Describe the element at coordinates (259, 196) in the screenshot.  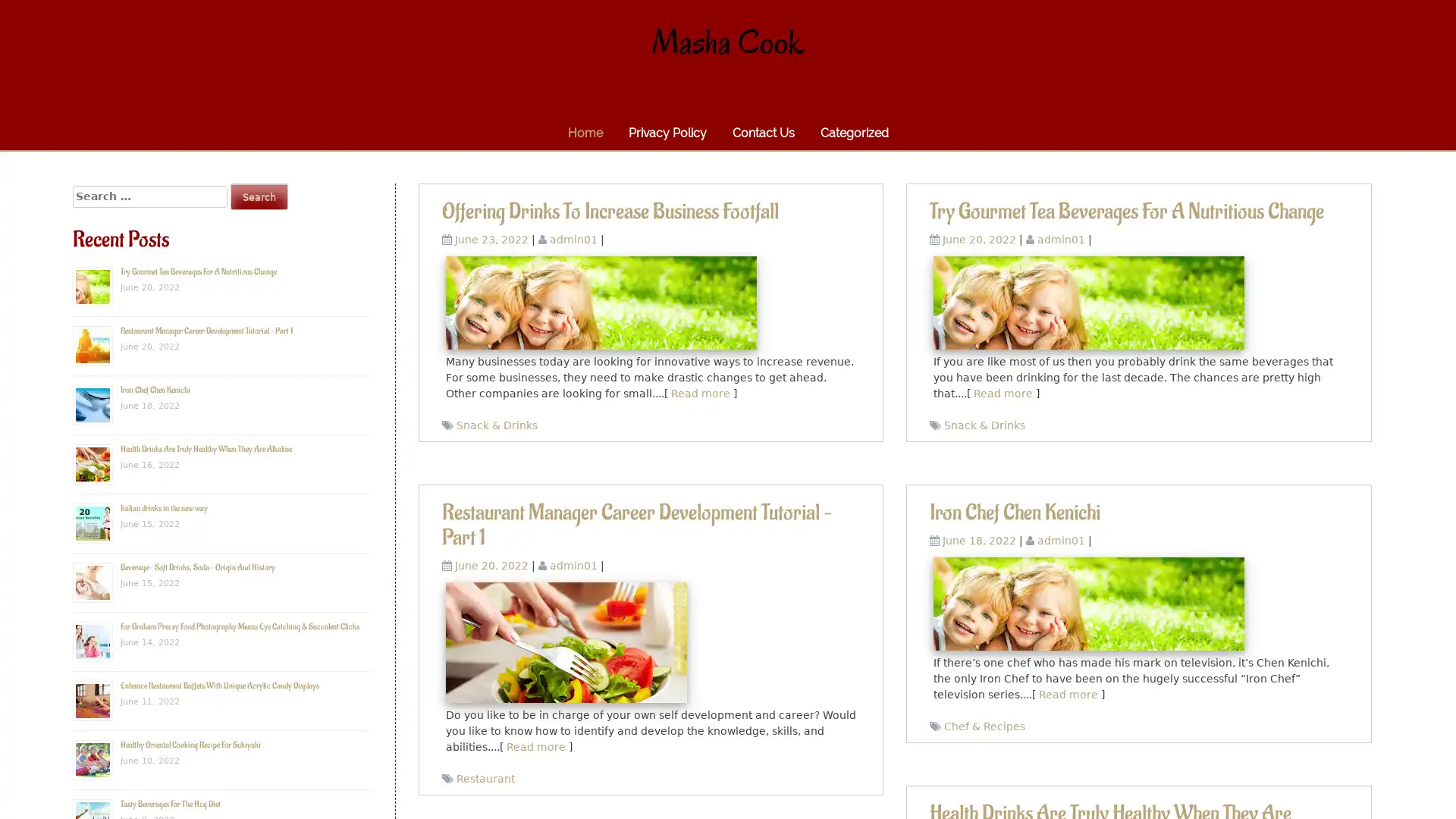
I see `Search` at that location.